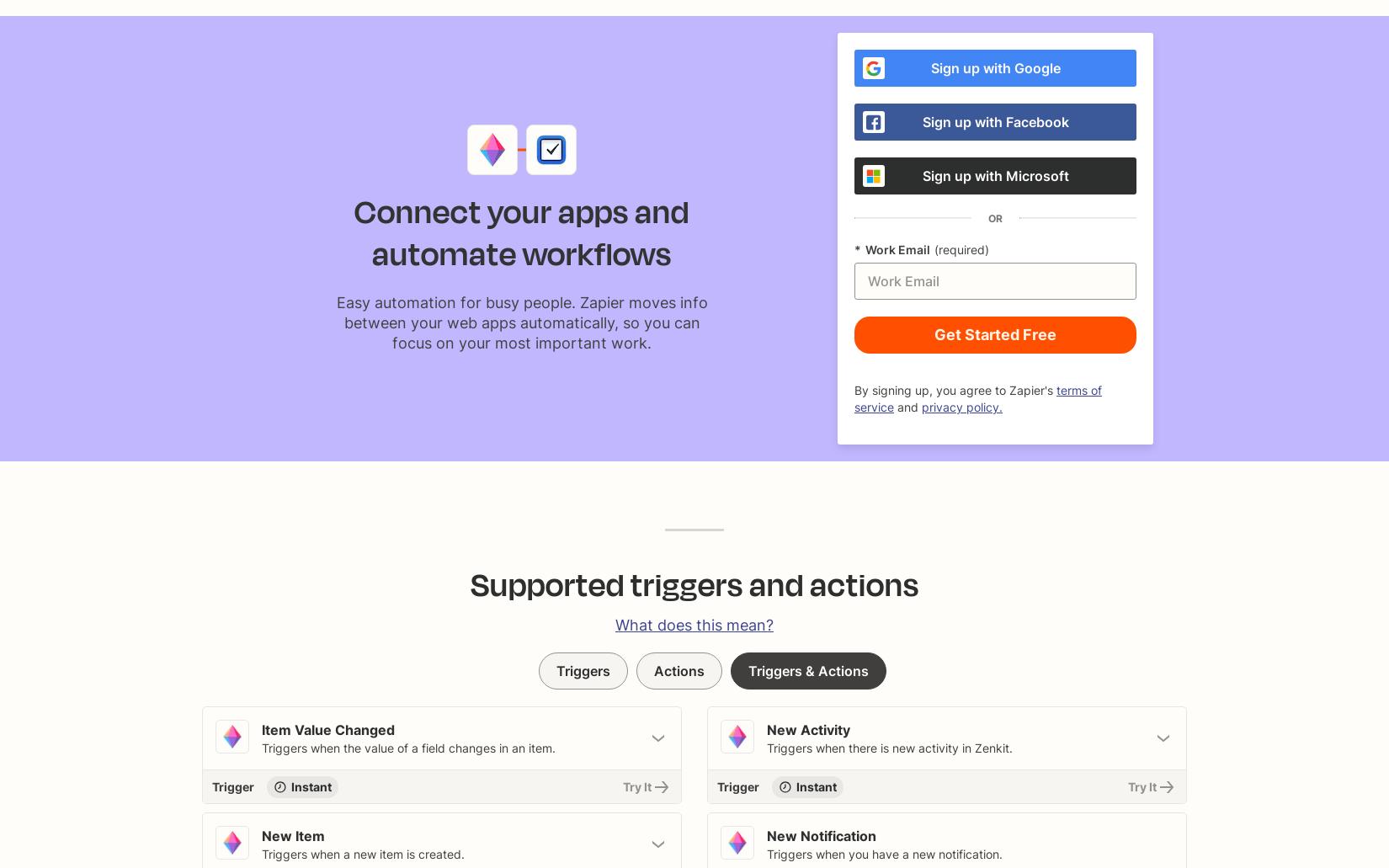 The width and height of the screenshot is (1389, 868). What do you see at coordinates (921, 120) in the screenshot?
I see `'Sign up with Facebook'` at bounding box center [921, 120].